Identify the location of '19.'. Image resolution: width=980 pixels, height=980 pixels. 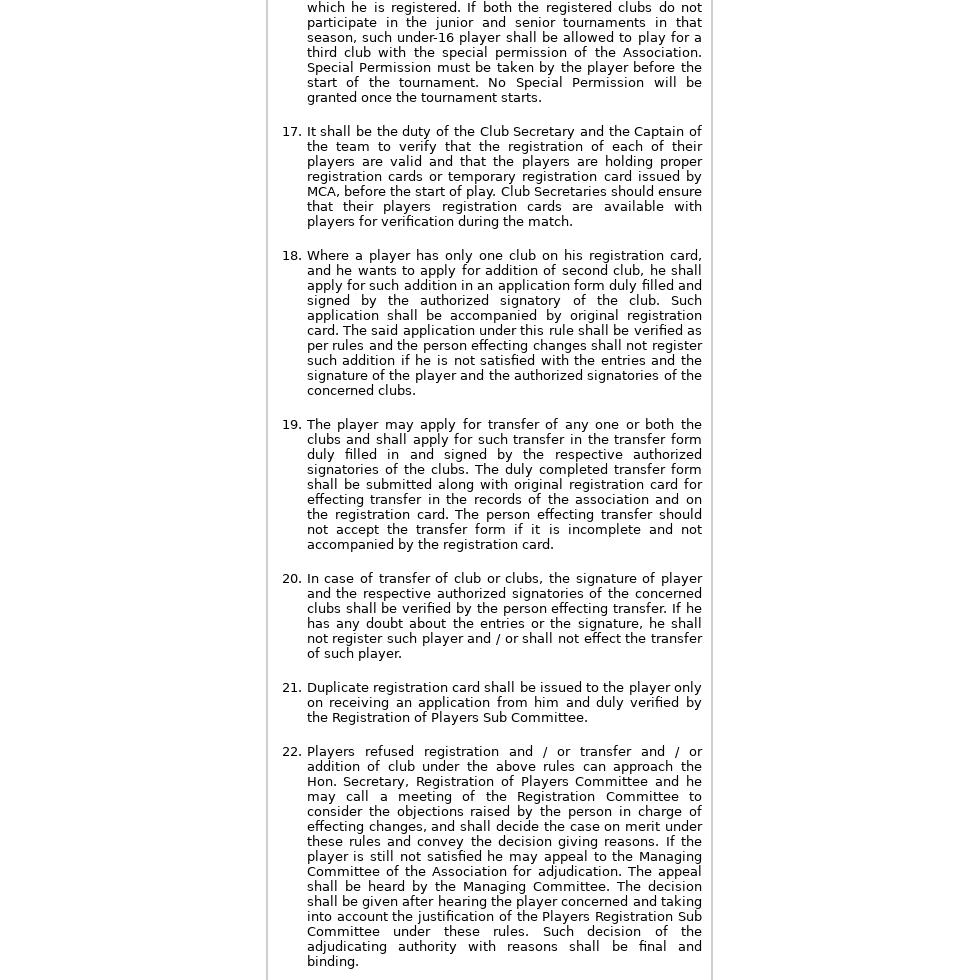
(290, 424).